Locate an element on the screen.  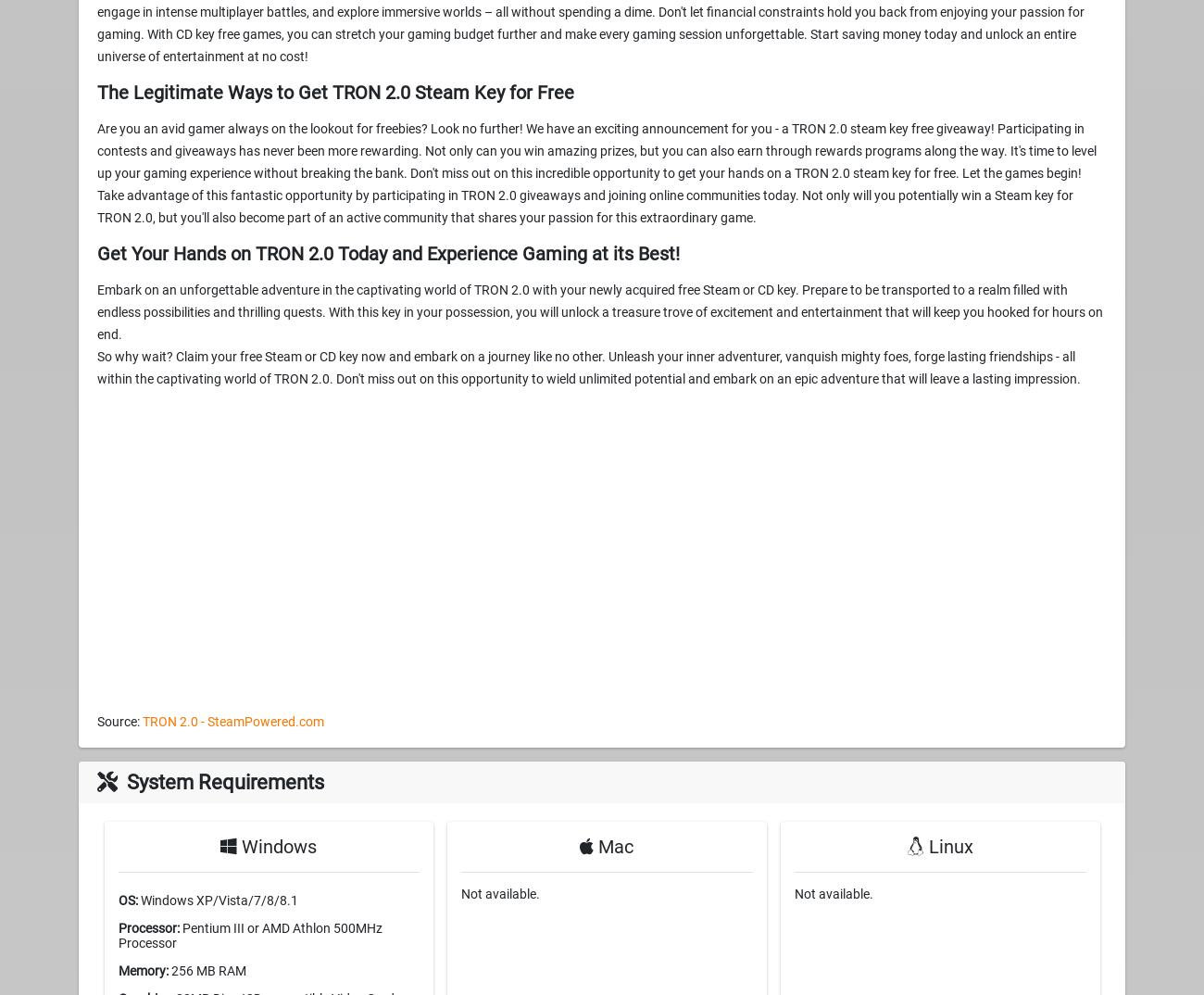
'Take advantage of this fantastic opportunity by participating in TRON 2.0 giveaways and joining online communities today. Not only will you potentially win a Steam key for TRON 2.0, but you'll also become part of an active community that shares your passion for this extraordinary game.' is located at coordinates (97, 205).